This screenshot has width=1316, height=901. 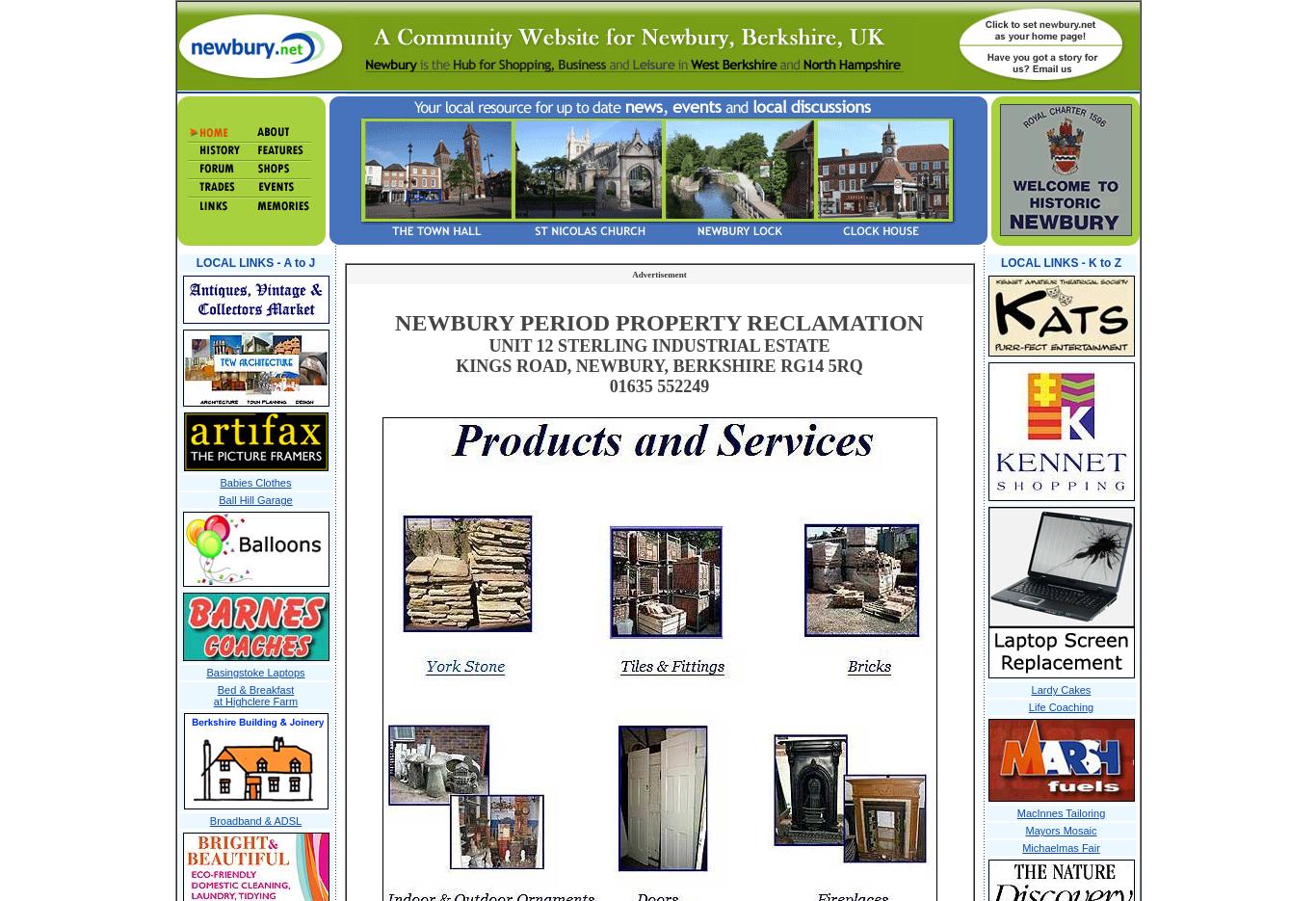 I want to click on 'at Highclere Farm', so click(x=255, y=701).